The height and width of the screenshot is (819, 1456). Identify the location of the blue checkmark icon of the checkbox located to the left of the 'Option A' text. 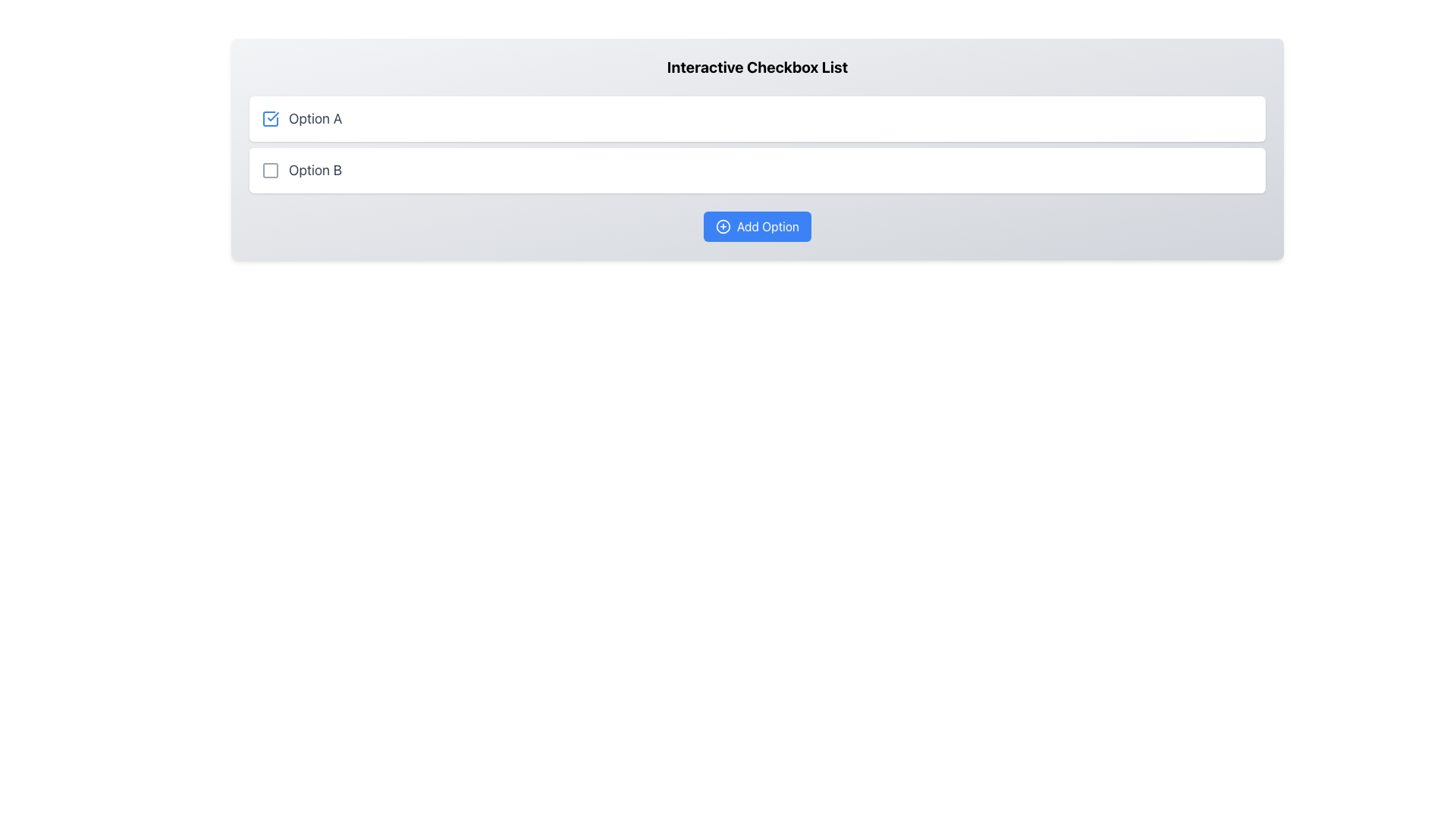
(270, 118).